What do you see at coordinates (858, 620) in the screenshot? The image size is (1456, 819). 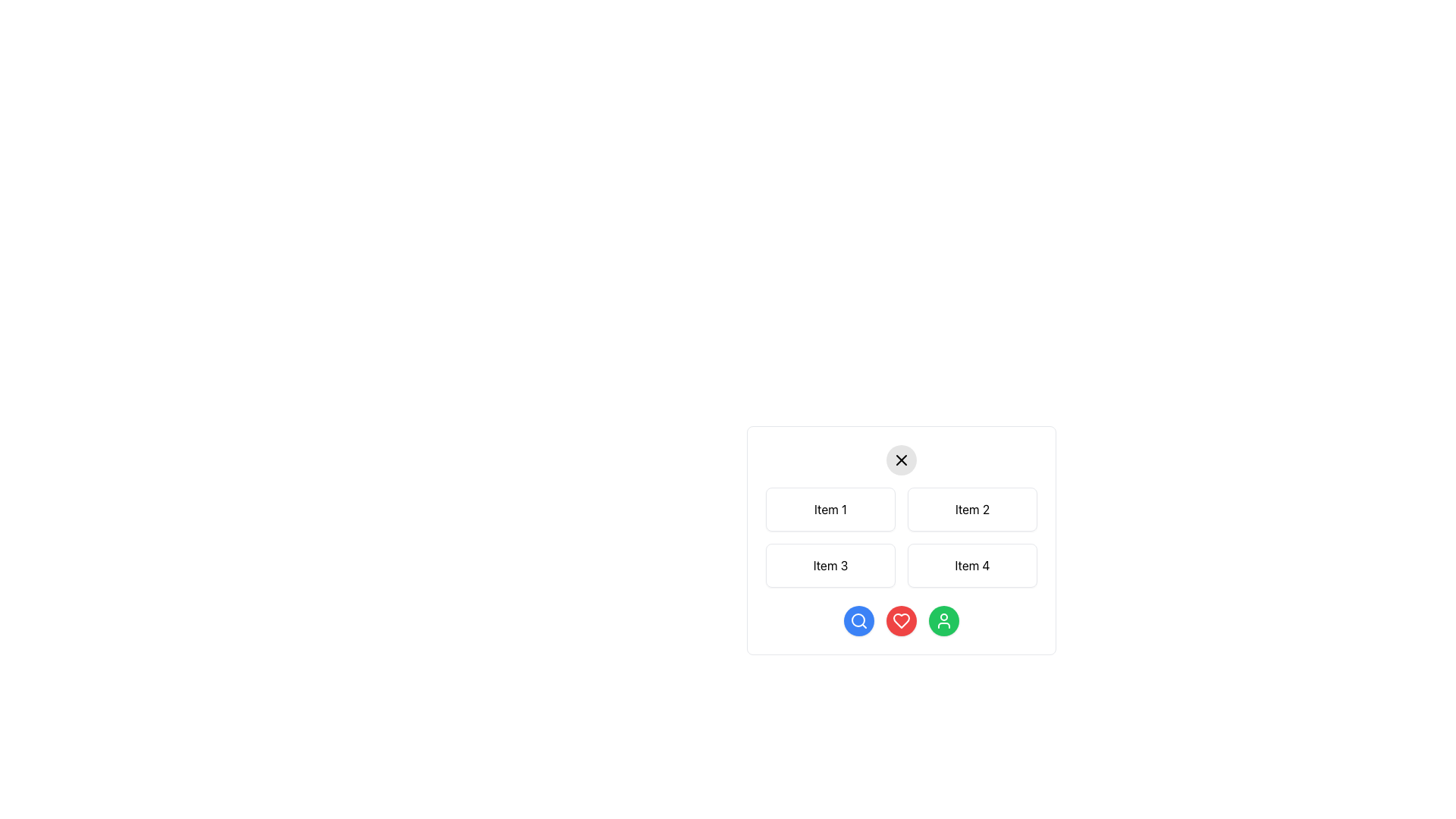 I see `the first button in the horizontal list at the bottom of the card-like interface for keyboard navigation` at bounding box center [858, 620].